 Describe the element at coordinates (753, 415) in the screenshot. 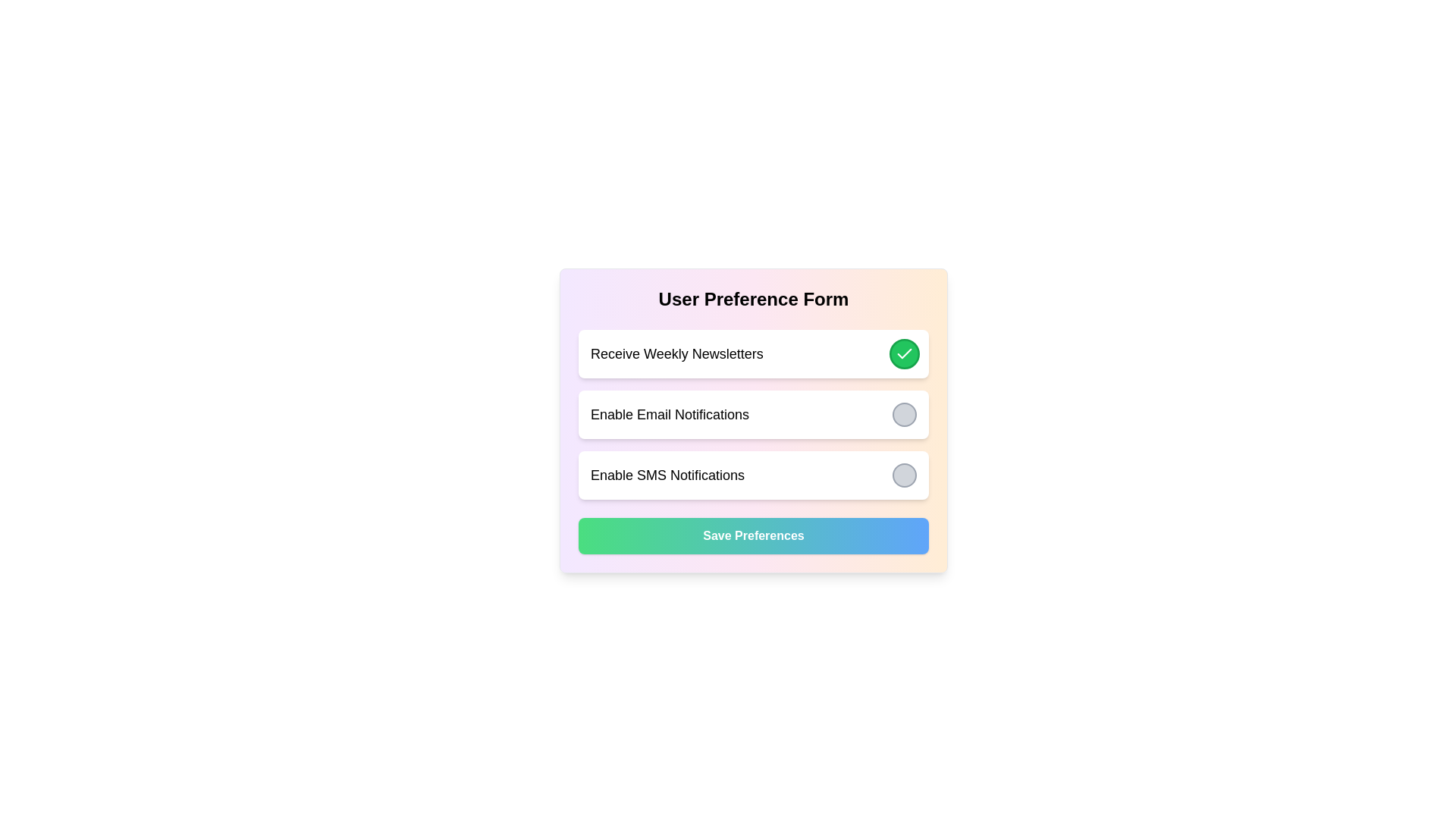

I see `the text of the Toggle option for enabling or disabling email notifications in the User Preference Form` at that location.